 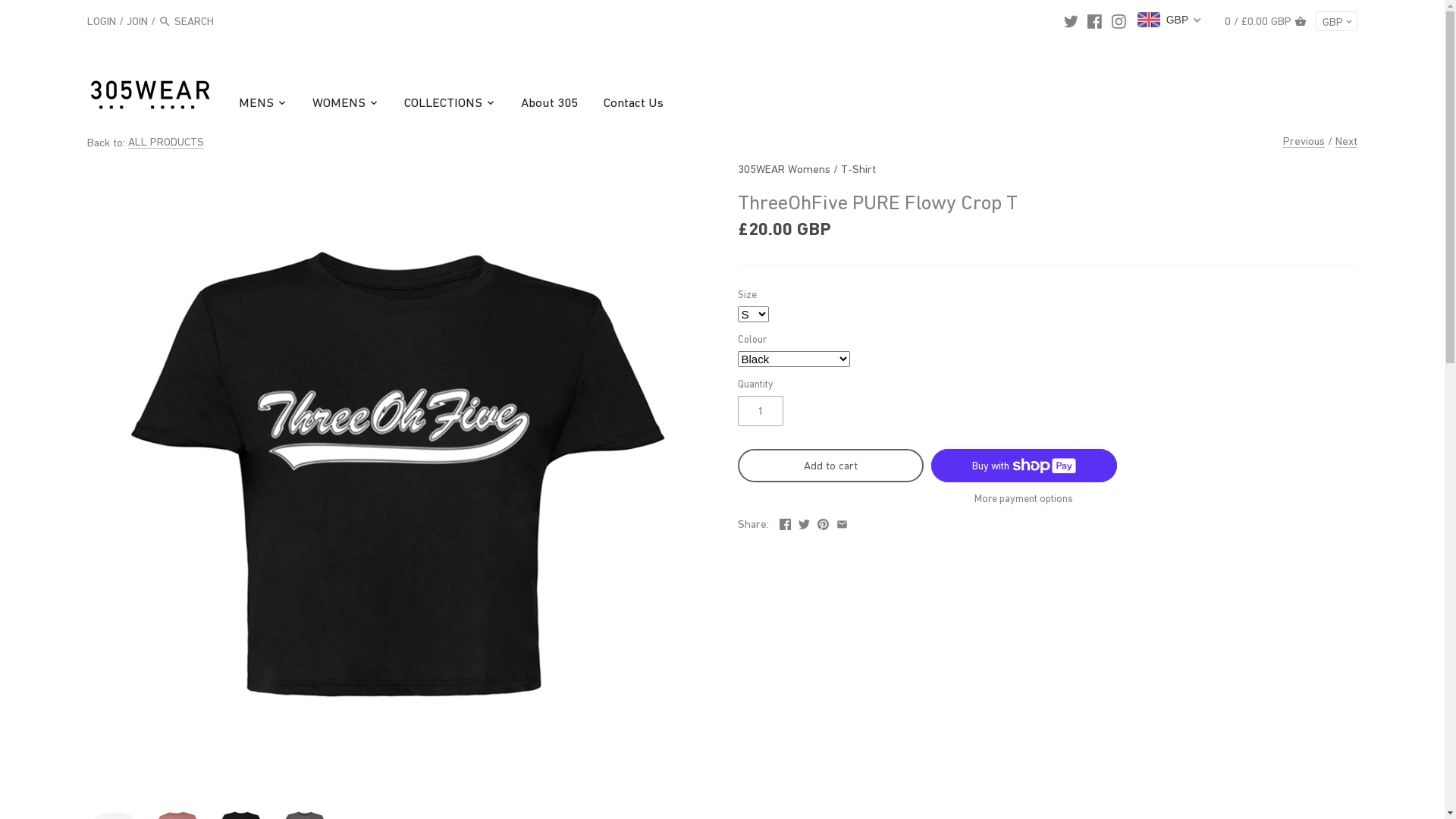 I want to click on 'Twitter', so click(x=803, y=521).